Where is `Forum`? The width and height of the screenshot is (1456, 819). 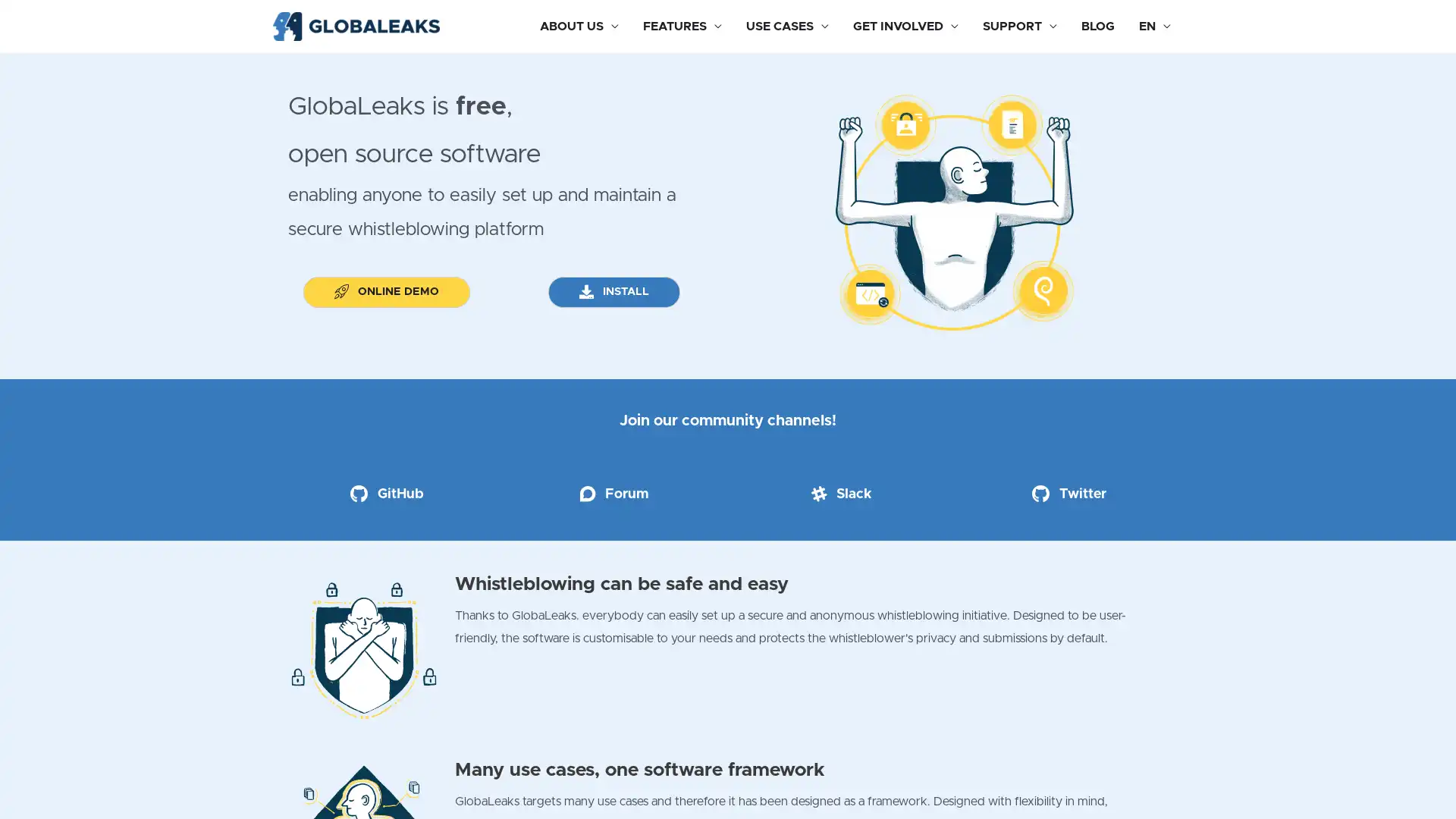
Forum is located at coordinates (614, 494).